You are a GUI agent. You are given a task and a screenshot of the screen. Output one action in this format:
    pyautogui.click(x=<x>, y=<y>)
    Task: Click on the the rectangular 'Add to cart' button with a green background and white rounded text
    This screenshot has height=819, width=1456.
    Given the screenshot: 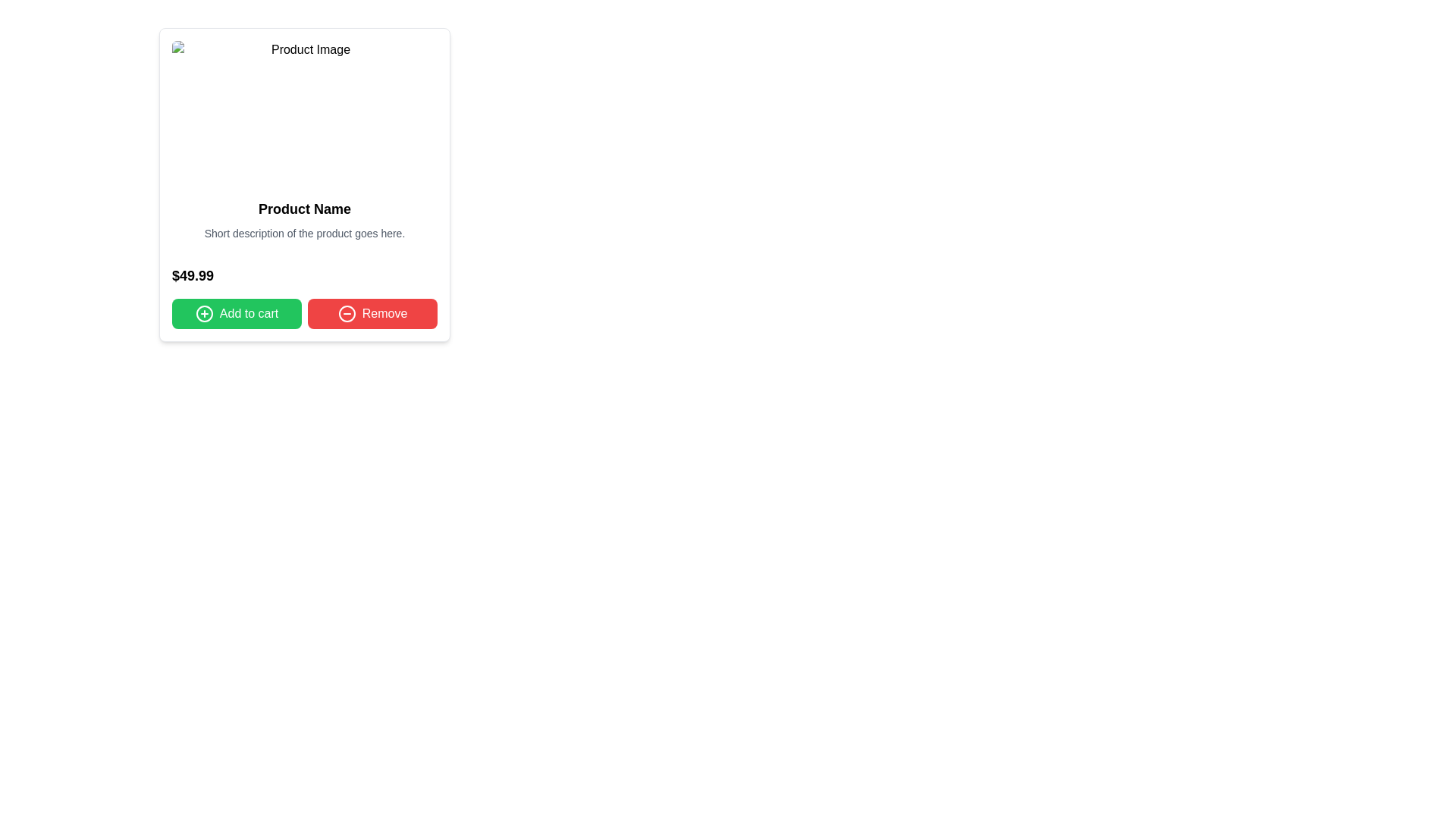 What is the action you would take?
    pyautogui.click(x=236, y=312)
    